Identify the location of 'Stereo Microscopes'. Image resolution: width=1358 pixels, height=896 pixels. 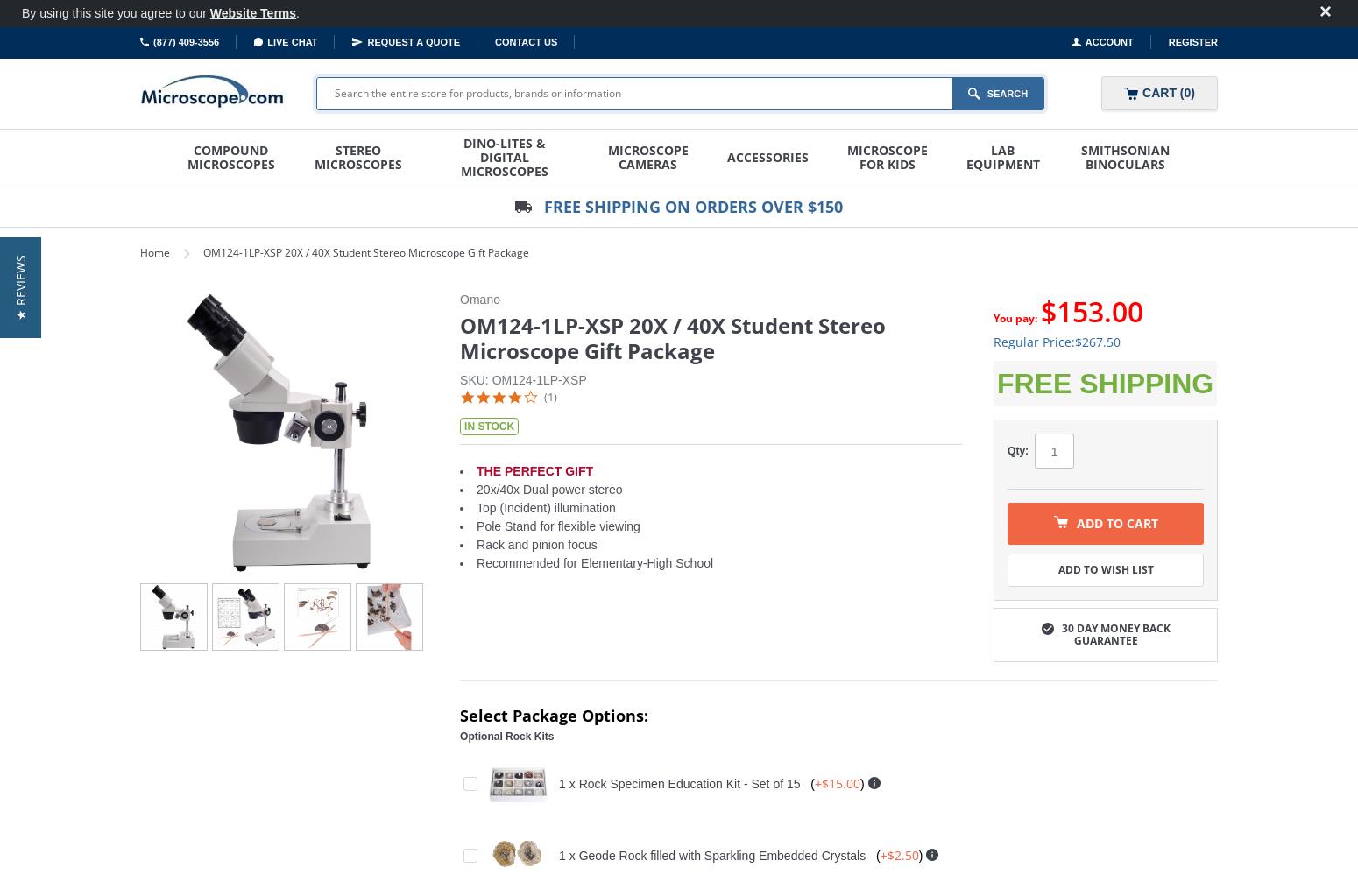
(358, 157).